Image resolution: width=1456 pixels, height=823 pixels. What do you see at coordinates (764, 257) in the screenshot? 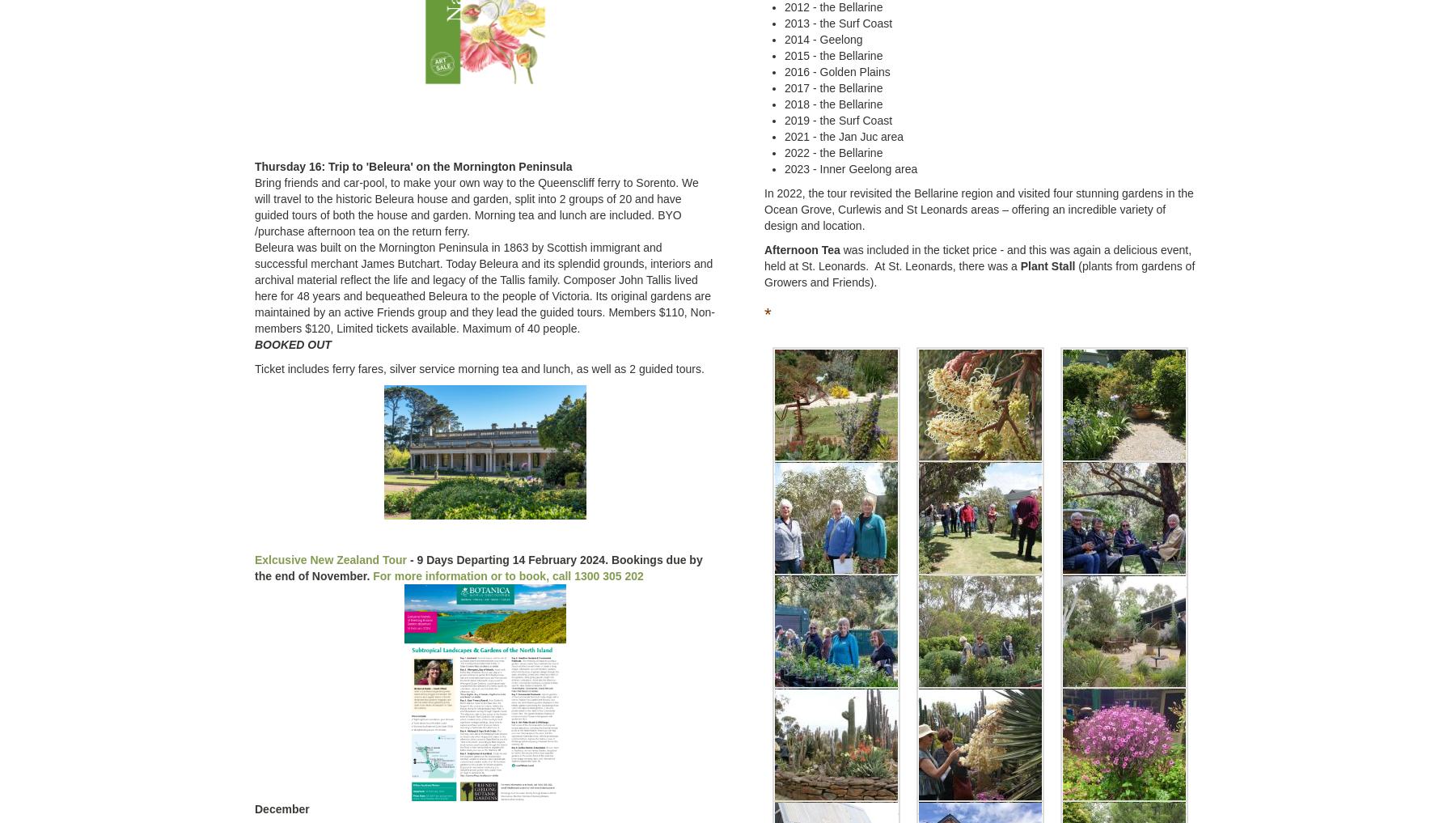
I see `'was included in the ticket price - and this was again a delicious event, held at St. Leonards.  At St. Leonards, there was a'` at bounding box center [764, 257].